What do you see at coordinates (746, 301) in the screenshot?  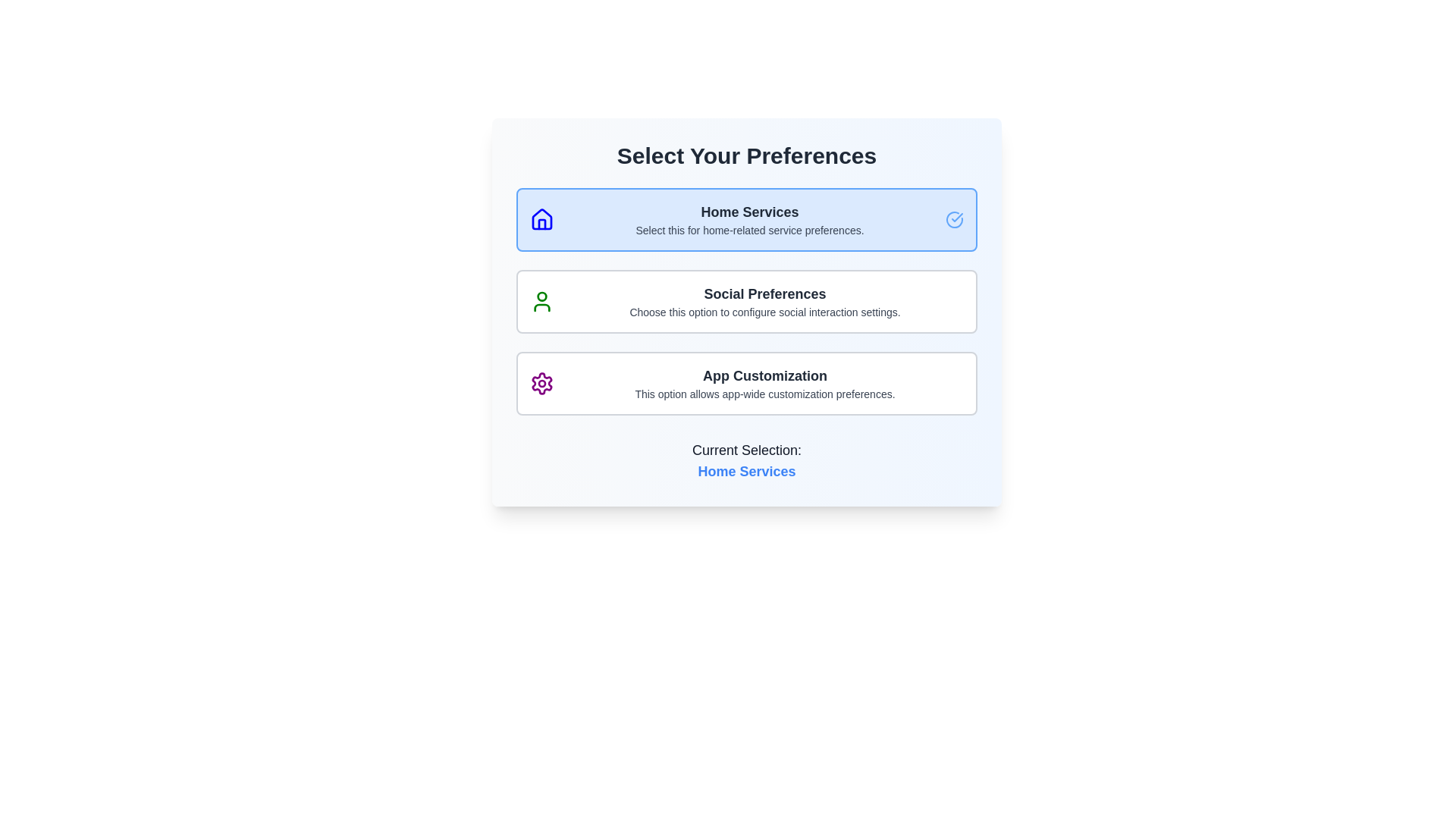 I see `the 'Social Preferences' option in the Information Panel` at bounding box center [746, 301].